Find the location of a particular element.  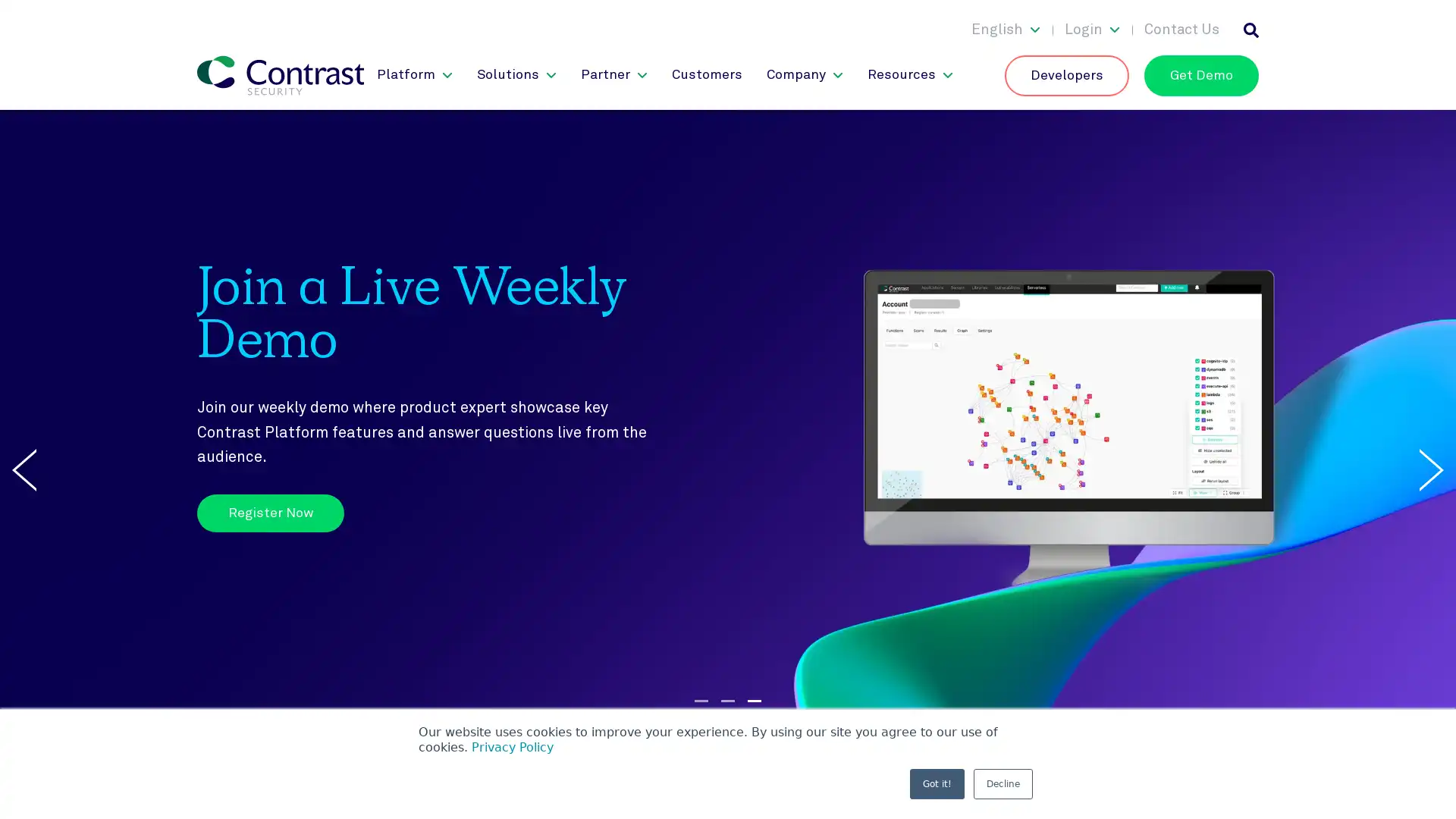

Next is located at coordinates (1430, 468).